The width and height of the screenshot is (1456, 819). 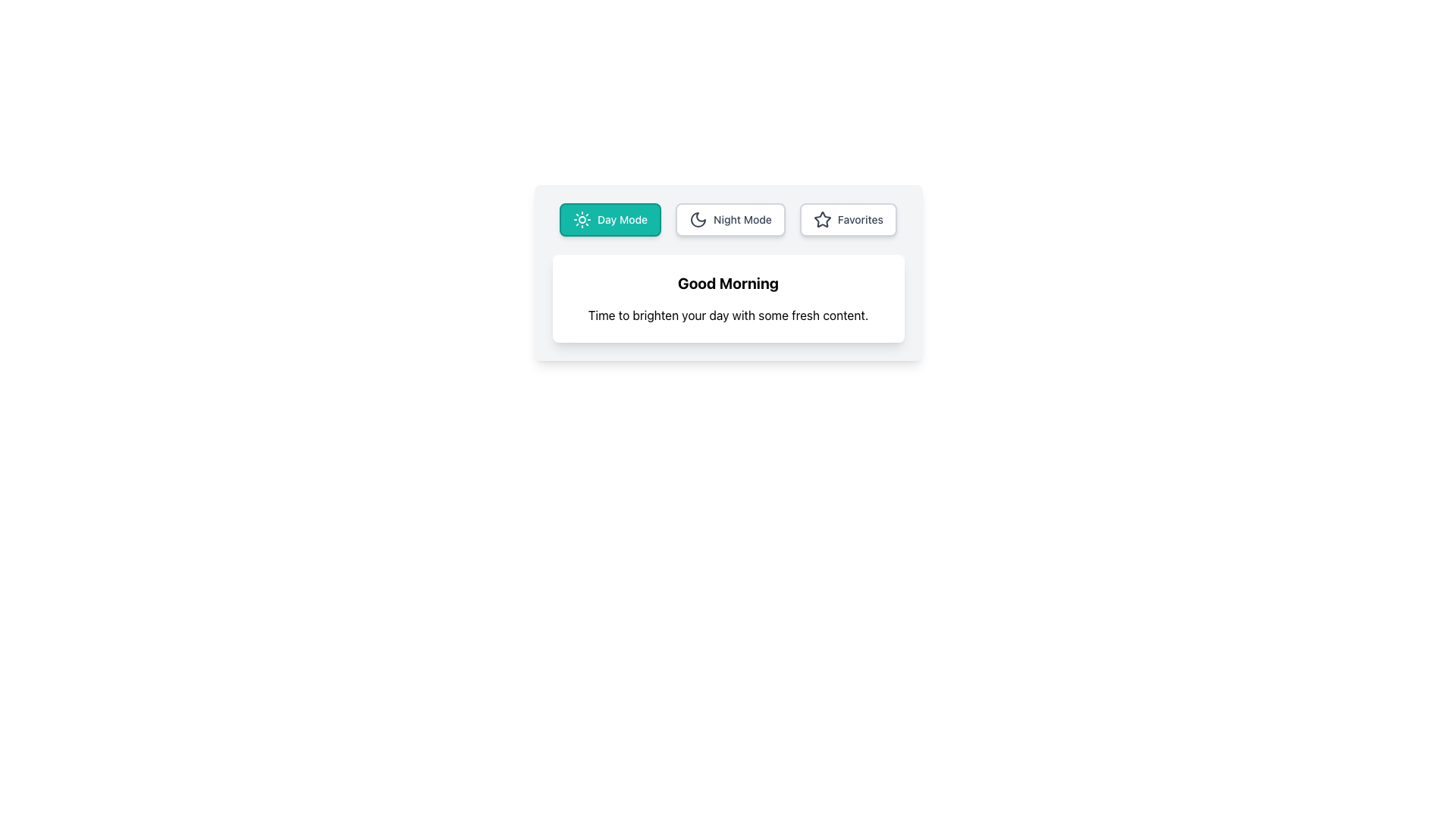 What do you see at coordinates (698, 219) in the screenshot?
I see `the 'Night Mode' icon located to the left of the text label within the 'Night Mode' button on the horizontal toolbar` at bounding box center [698, 219].